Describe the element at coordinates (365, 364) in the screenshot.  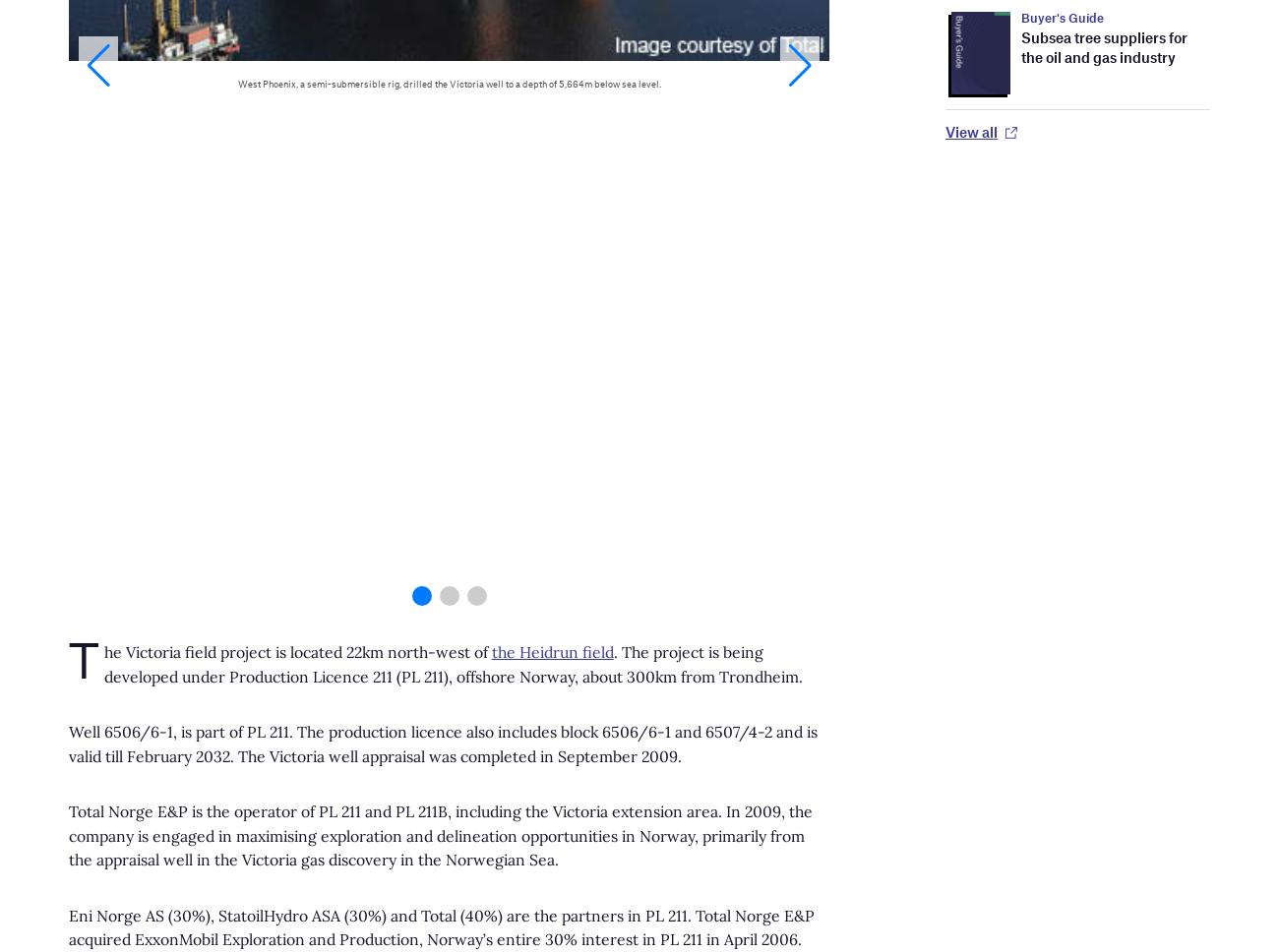
I see `'Privacy Policy'` at that location.